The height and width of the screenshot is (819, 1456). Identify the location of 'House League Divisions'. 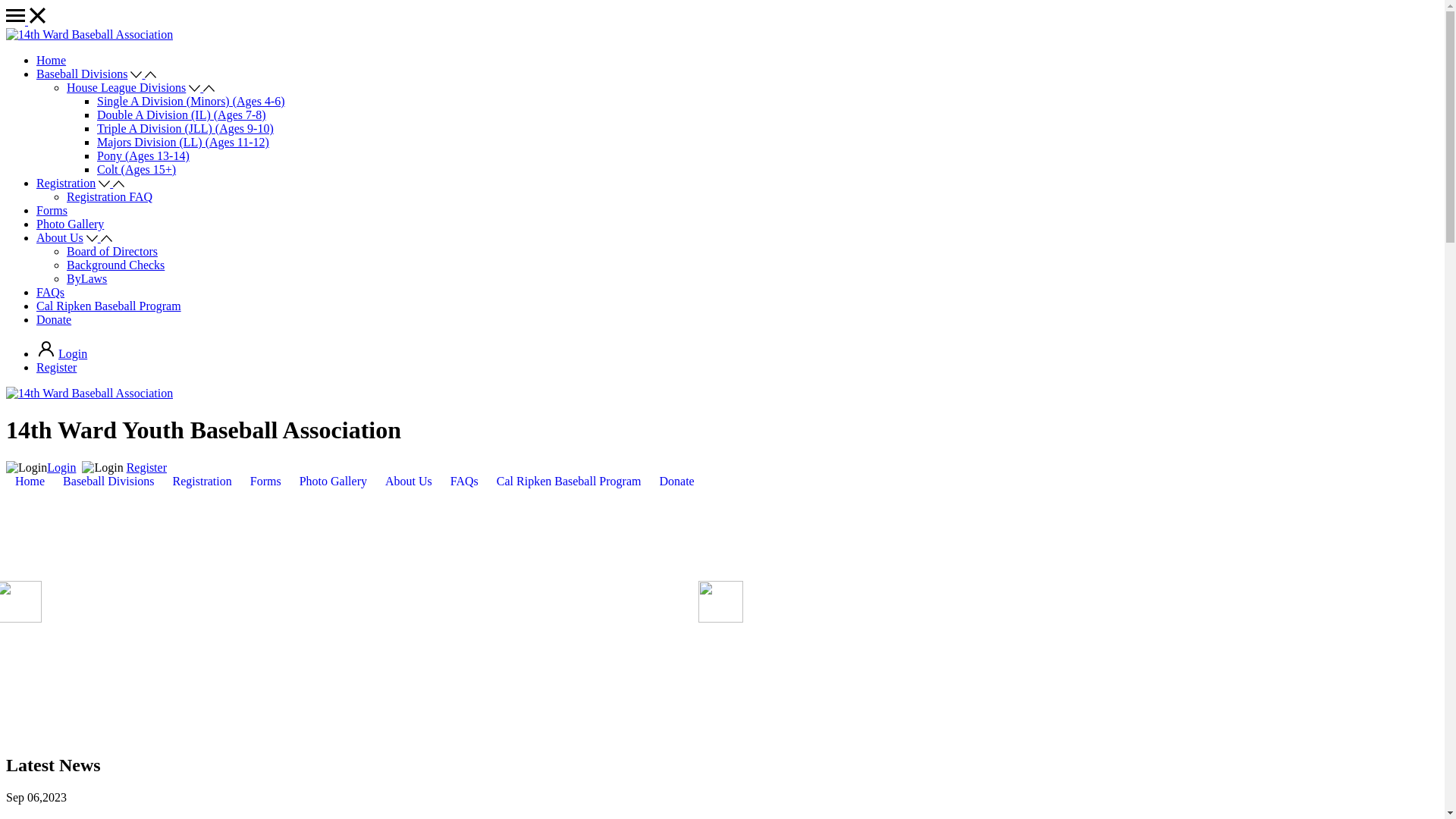
(126, 87).